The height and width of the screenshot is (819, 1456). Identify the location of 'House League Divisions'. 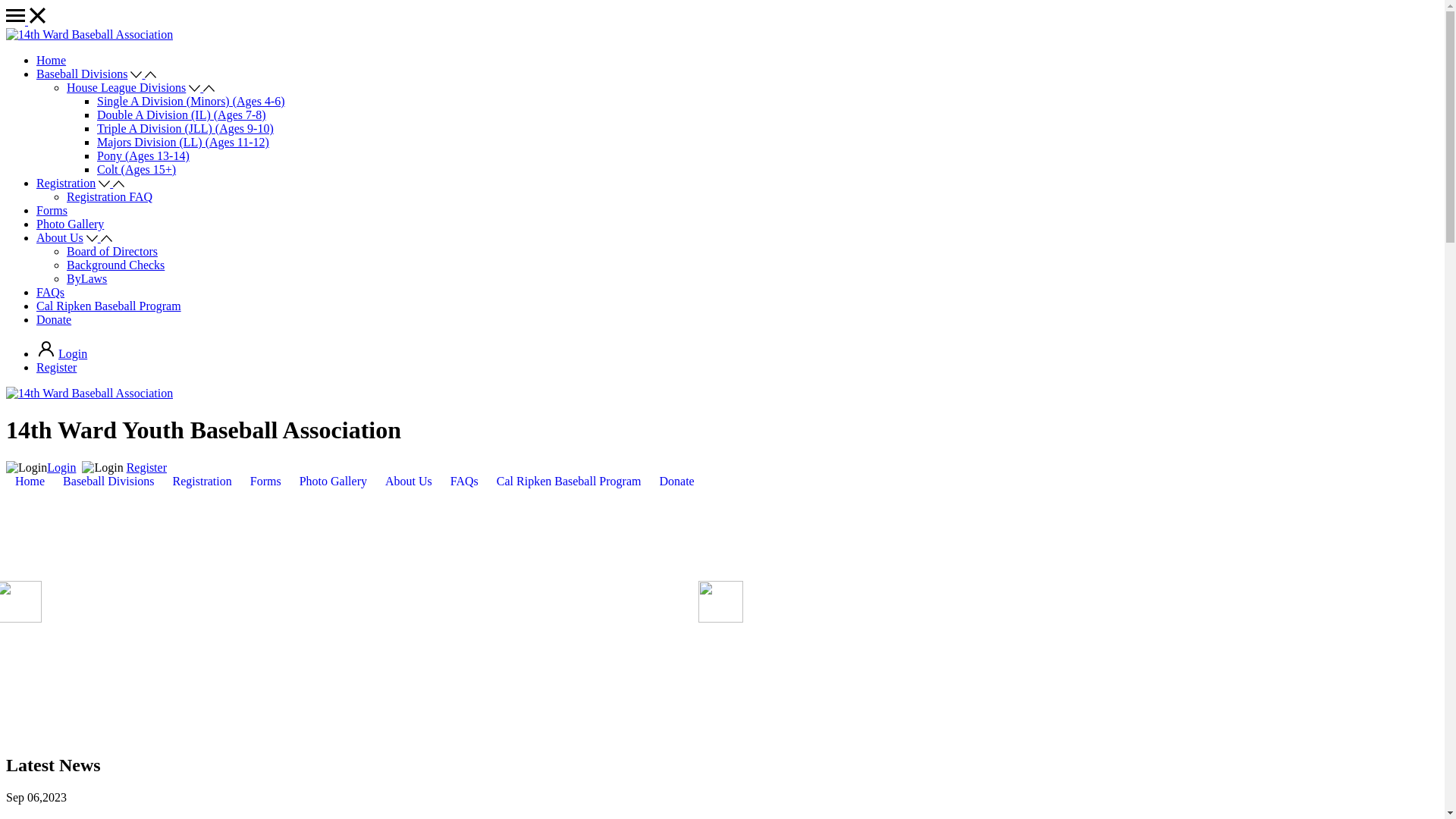
(126, 87).